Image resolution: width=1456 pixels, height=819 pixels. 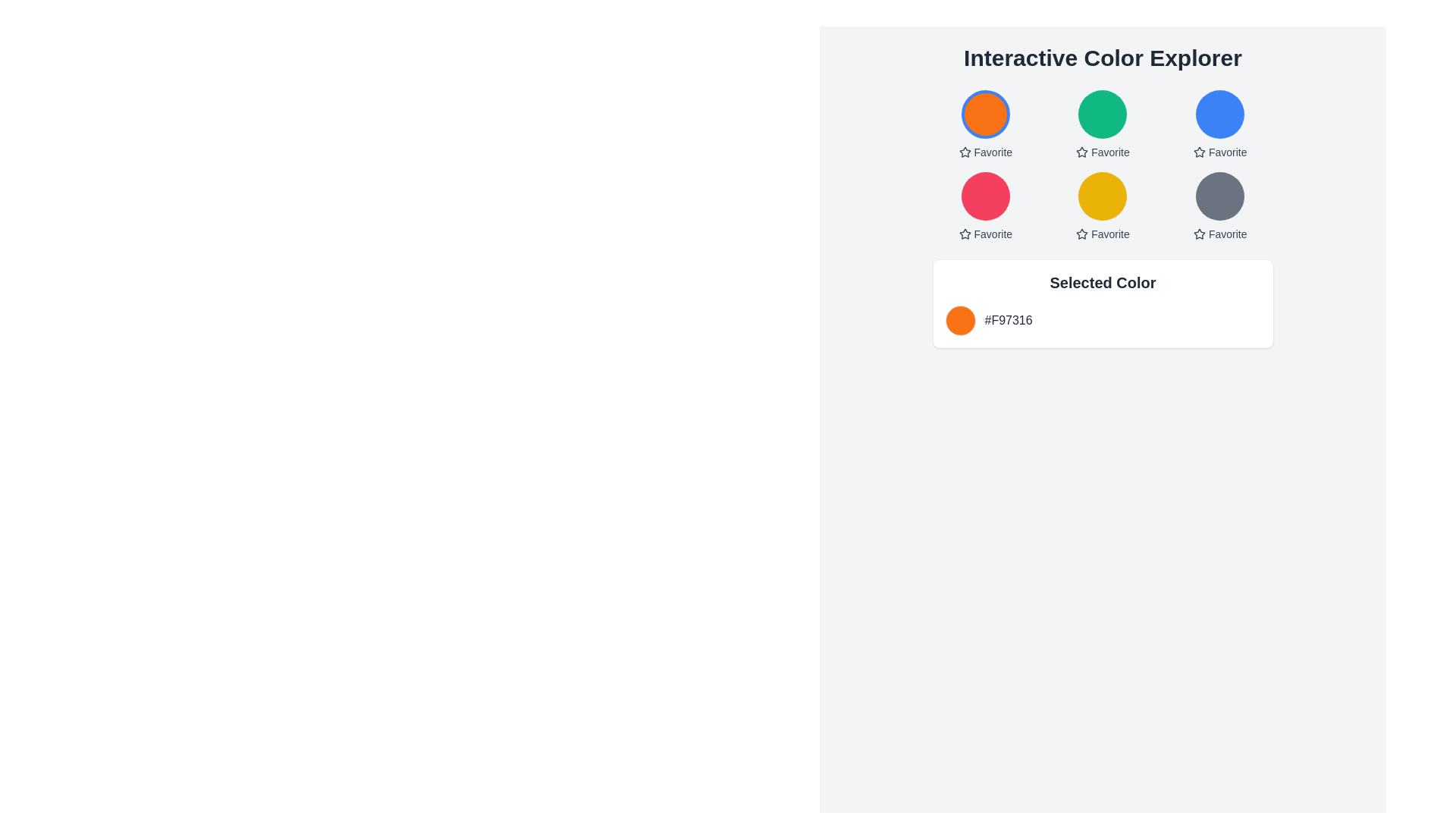 What do you see at coordinates (1220, 152) in the screenshot?
I see `the star icon in the right column of the grid, specifically located below the blue circle item, to mark the associated item as a favorite` at bounding box center [1220, 152].